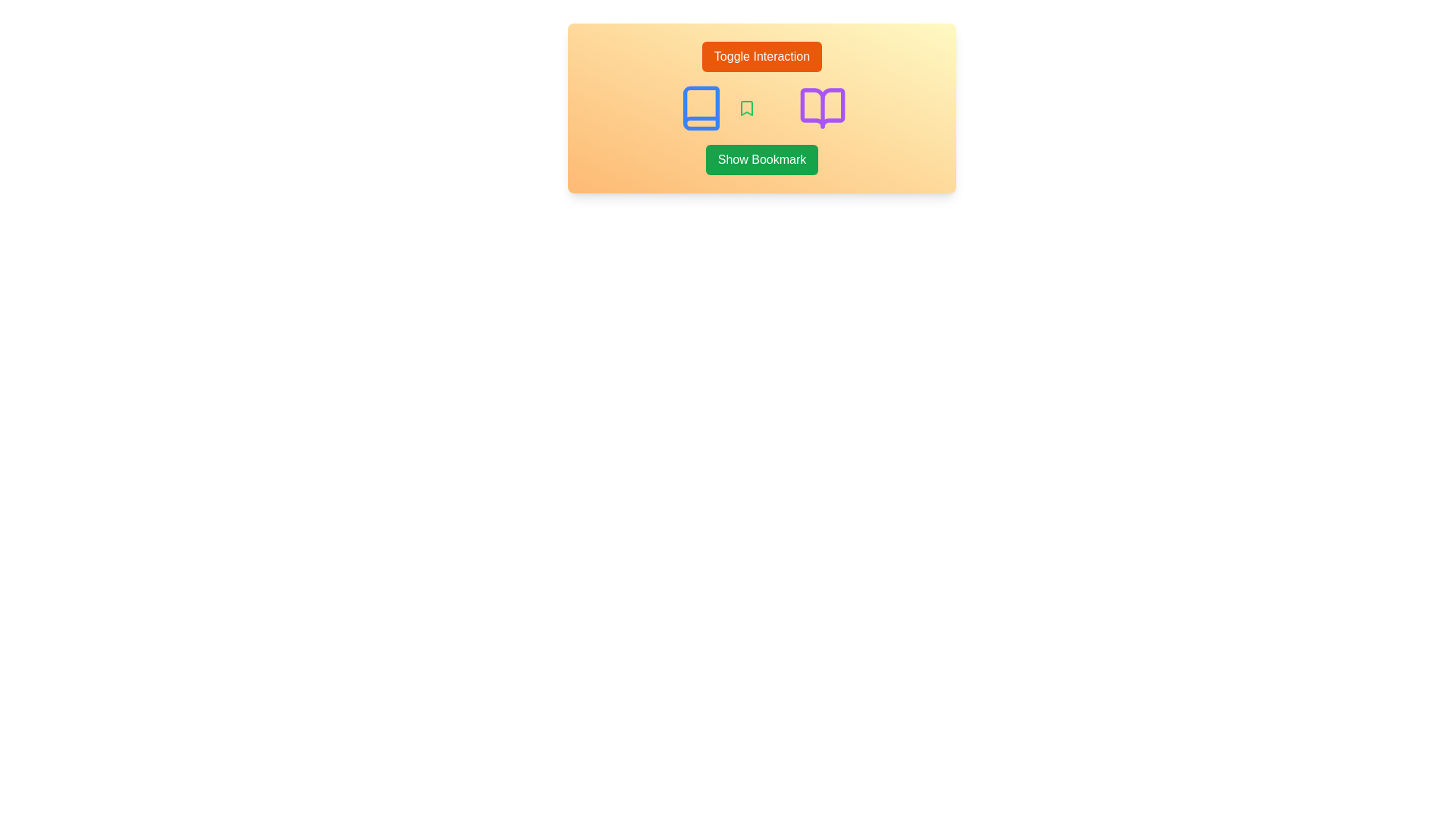  What do you see at coordinates (746, 107) in the screenshot?
I see `the bookmarking icon, which is centrally located between a blue book icon on the left and a purple book icon on the right within an orange-gradient section` at bounding box center [746, 107].